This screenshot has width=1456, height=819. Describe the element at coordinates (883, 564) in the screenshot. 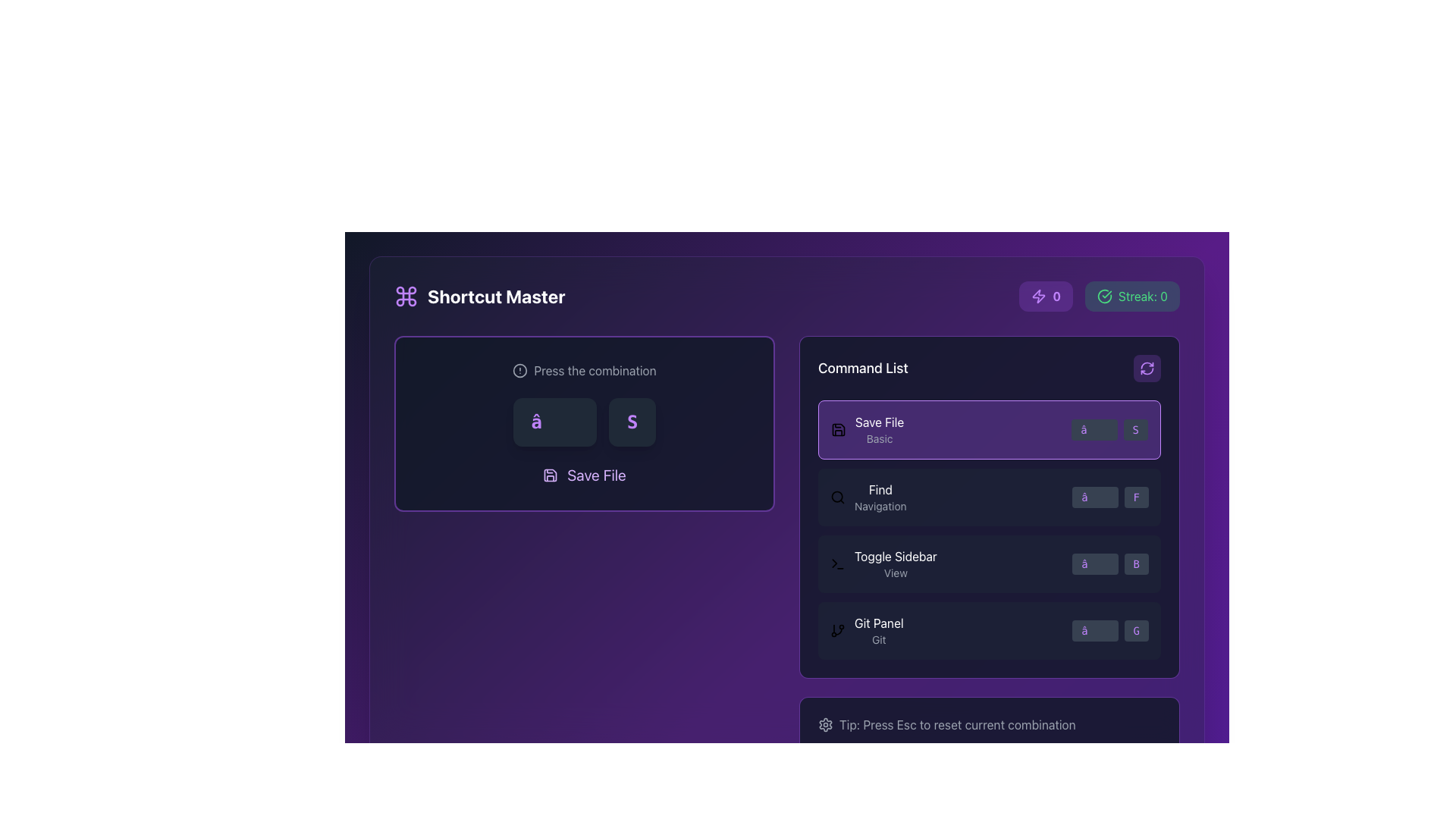

I see `the interactive button in the 'Command List' section that toggles the visibility of the sidebar` at that location.